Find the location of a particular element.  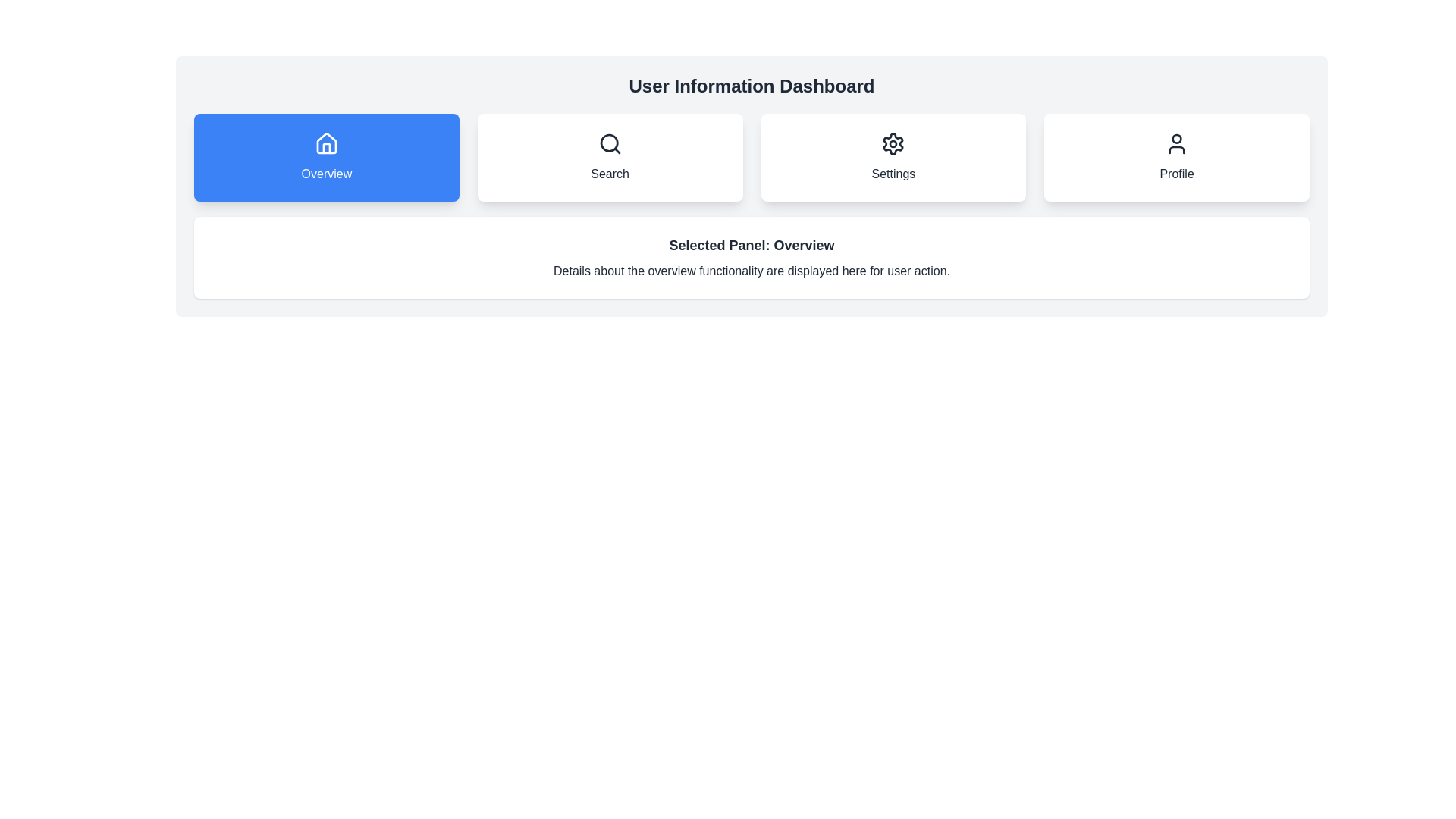

the settings icon, which is a visual indicator for the settings section, centered within the 'Settings' card positioned third from the left in the top row of options on the dashboard is located at coordinates (893, 143).